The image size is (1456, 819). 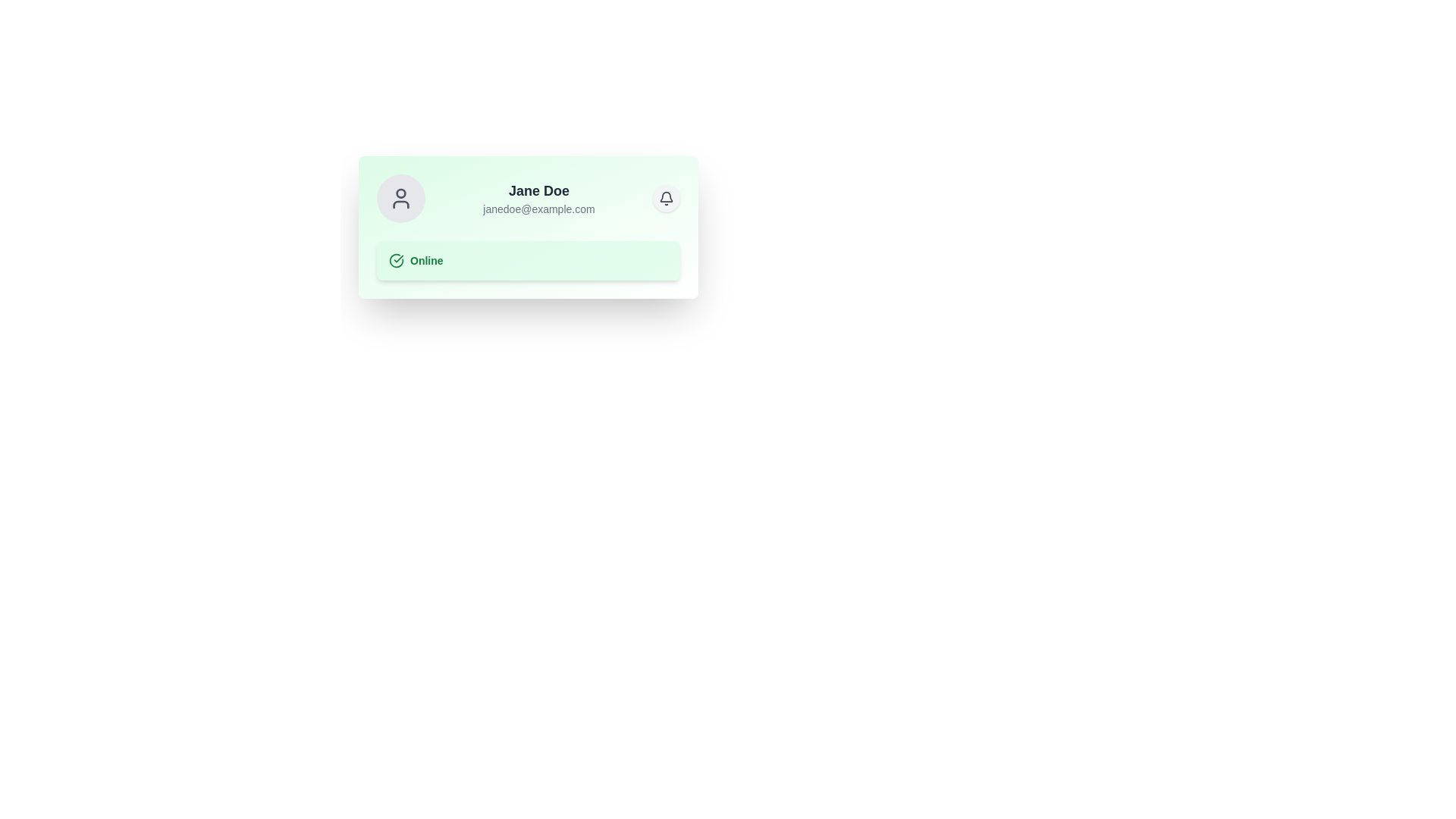 I want to click on the Circle SVG component, which serves as a decorative addition or visual cue within the user profile icon, positioned at the center of the head symbol on the left side of the user profile card, so click(x=400, y=192).